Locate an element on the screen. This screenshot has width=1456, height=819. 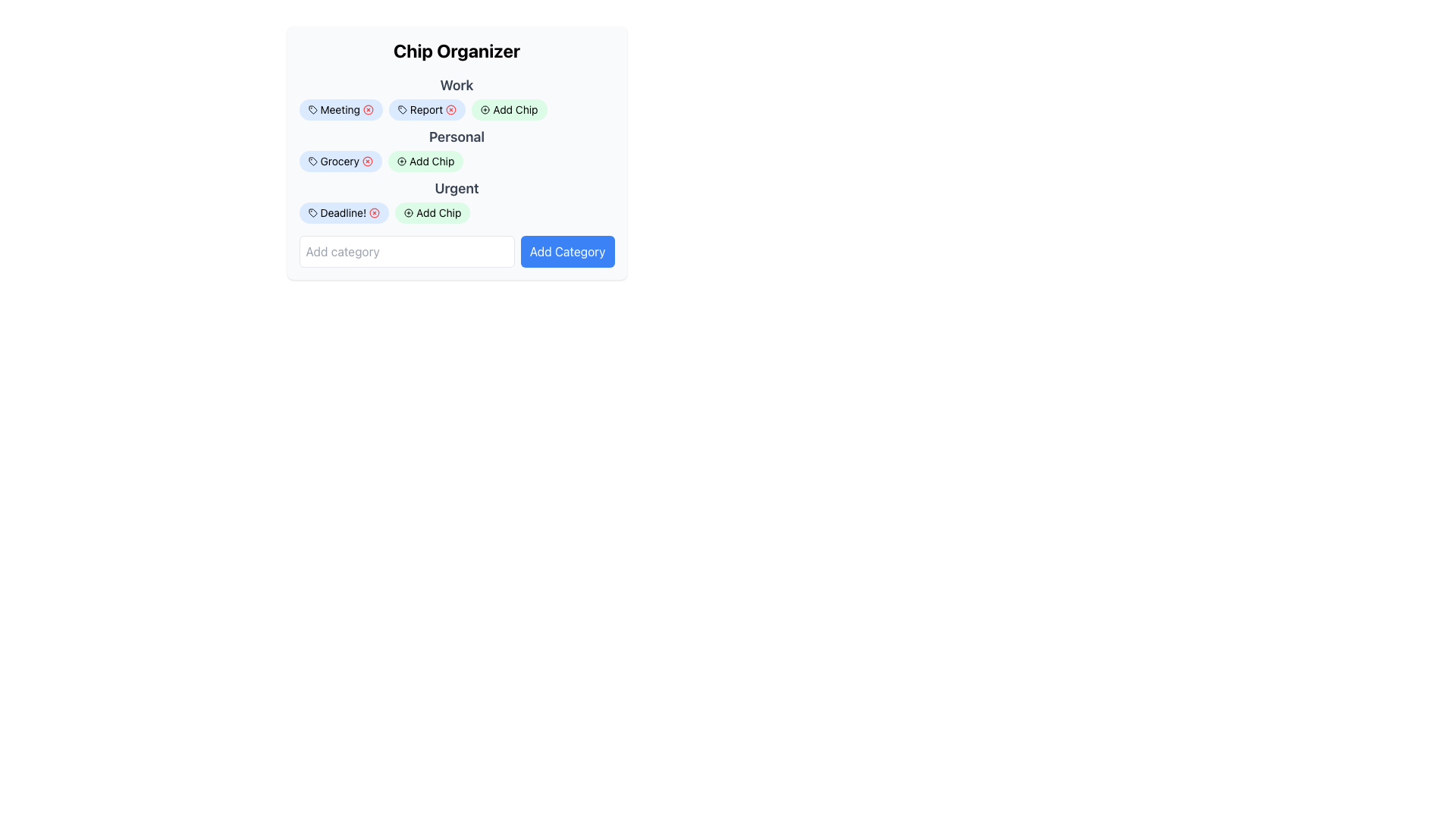
the red circular Close/Delete Button with a white background and a red 'X' in the second row under the 'Personal' header is located at coordinates (368, 161).